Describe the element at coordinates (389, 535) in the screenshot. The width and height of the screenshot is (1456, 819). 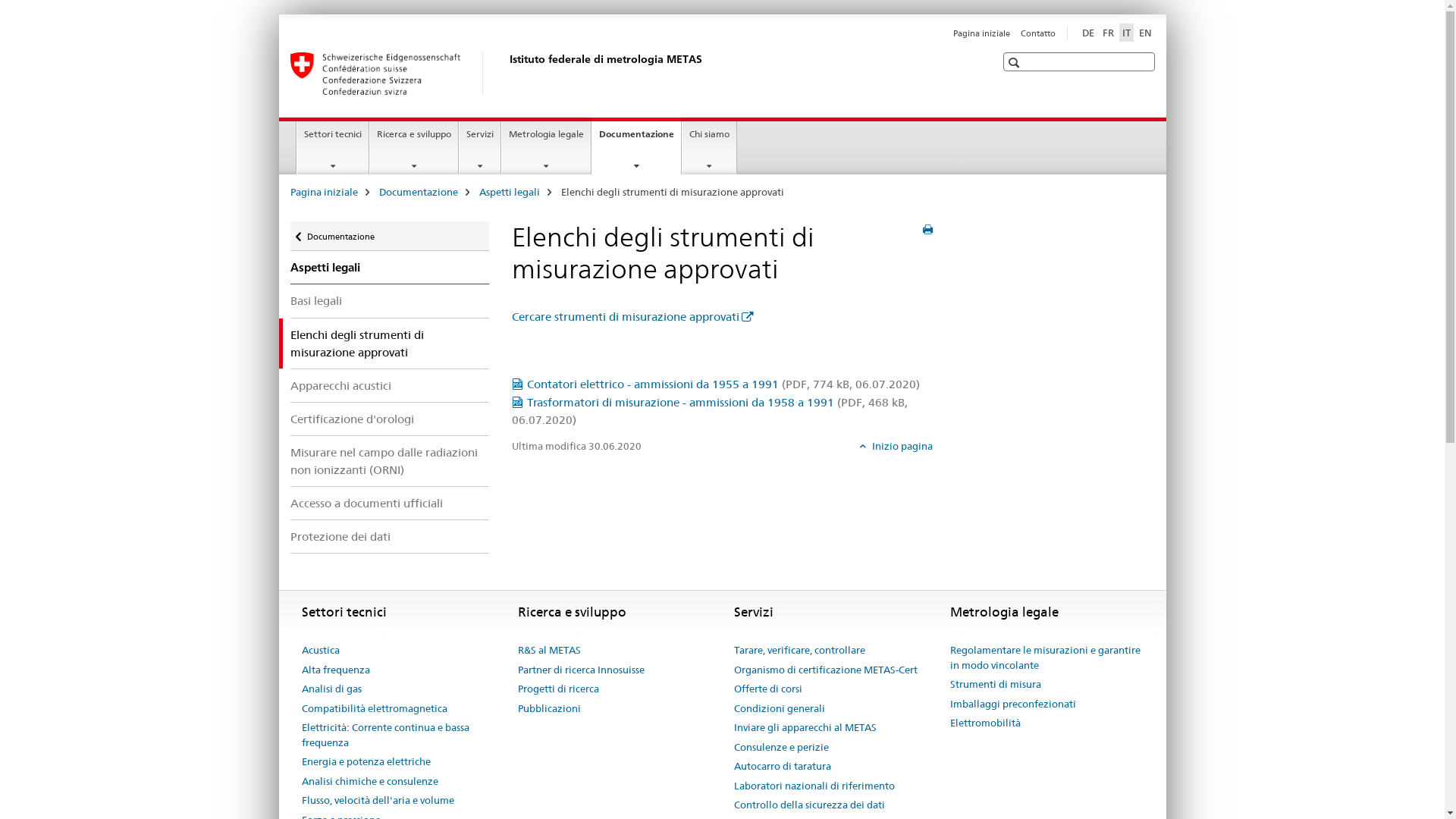
I see `'Protezione dei dati'` at that location.